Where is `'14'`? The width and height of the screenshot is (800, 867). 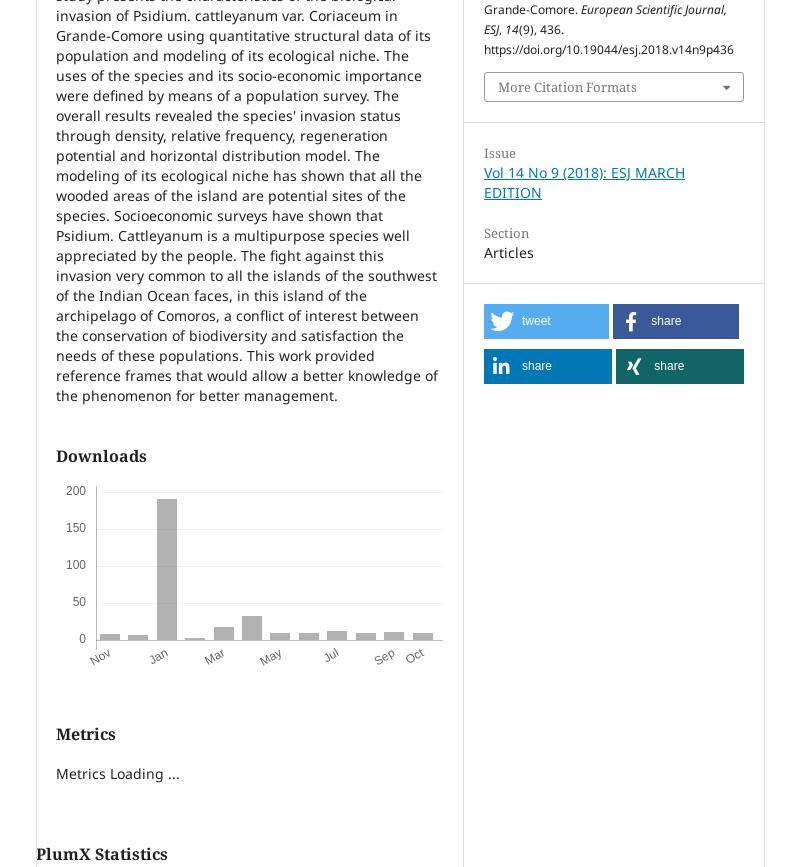 '14' is located at coordinates (511, 29).